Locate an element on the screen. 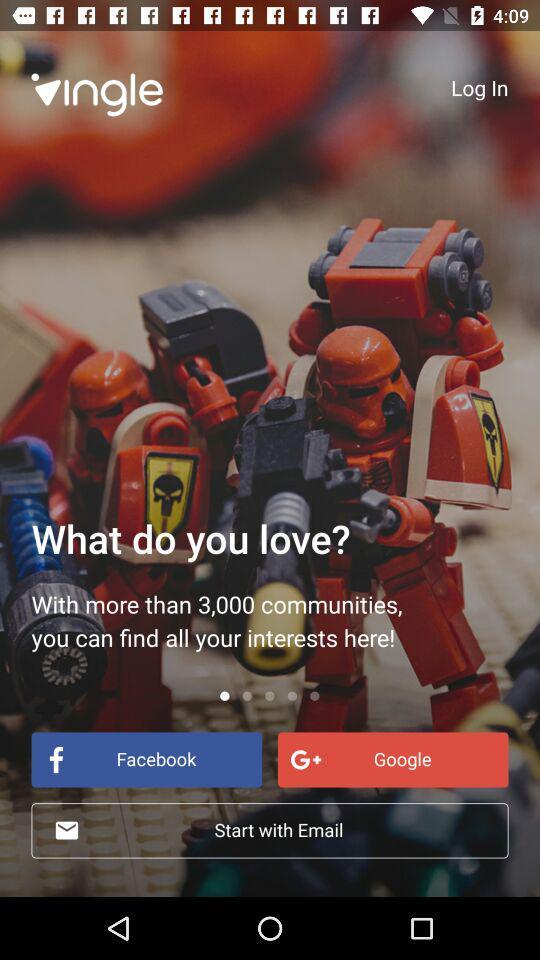 The height and width of the screenshot is (960, 540). the facebook item is located at coordinates (145, 758).